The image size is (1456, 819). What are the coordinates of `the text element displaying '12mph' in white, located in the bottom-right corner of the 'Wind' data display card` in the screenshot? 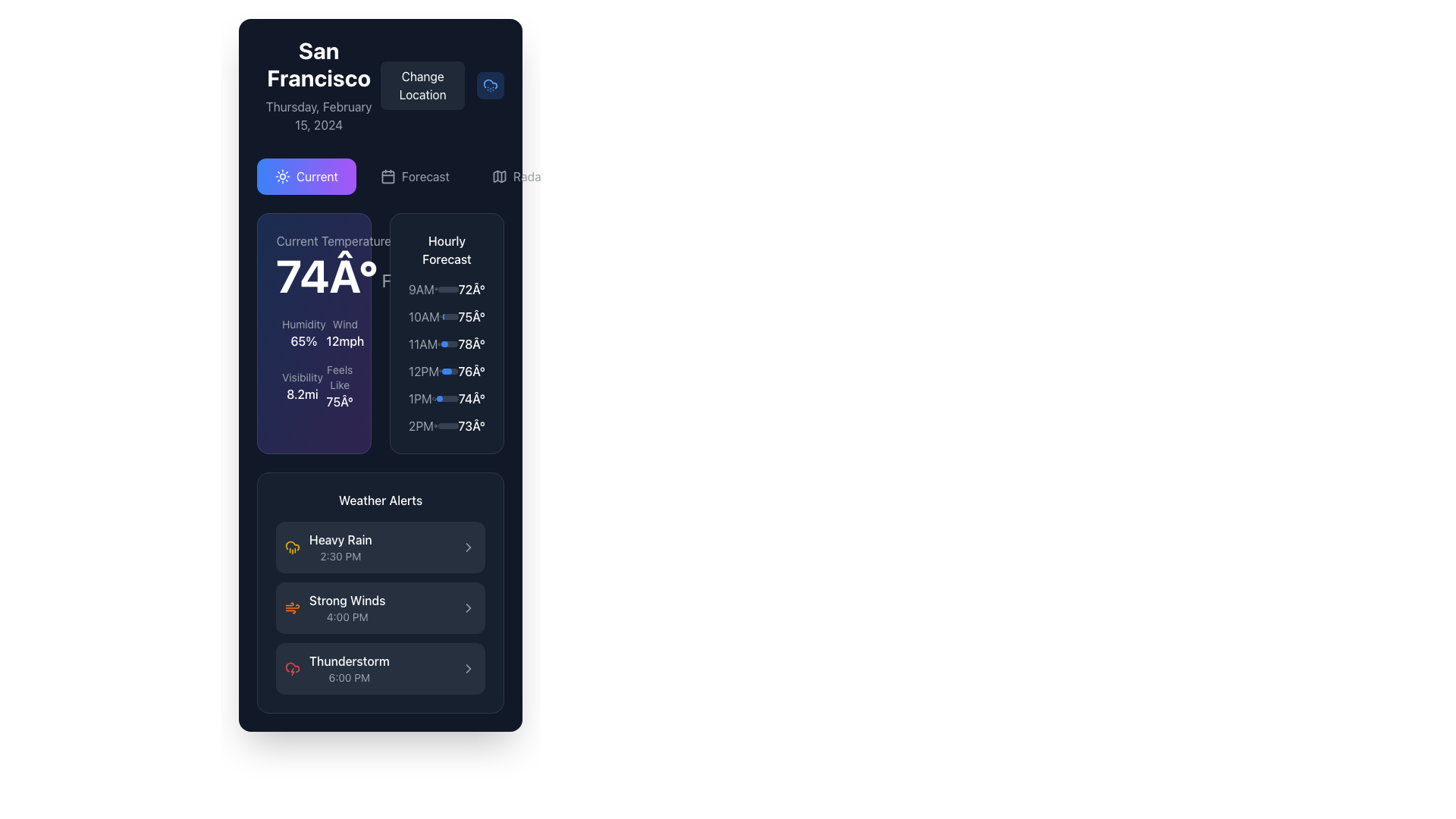 It's located at (335, 332).